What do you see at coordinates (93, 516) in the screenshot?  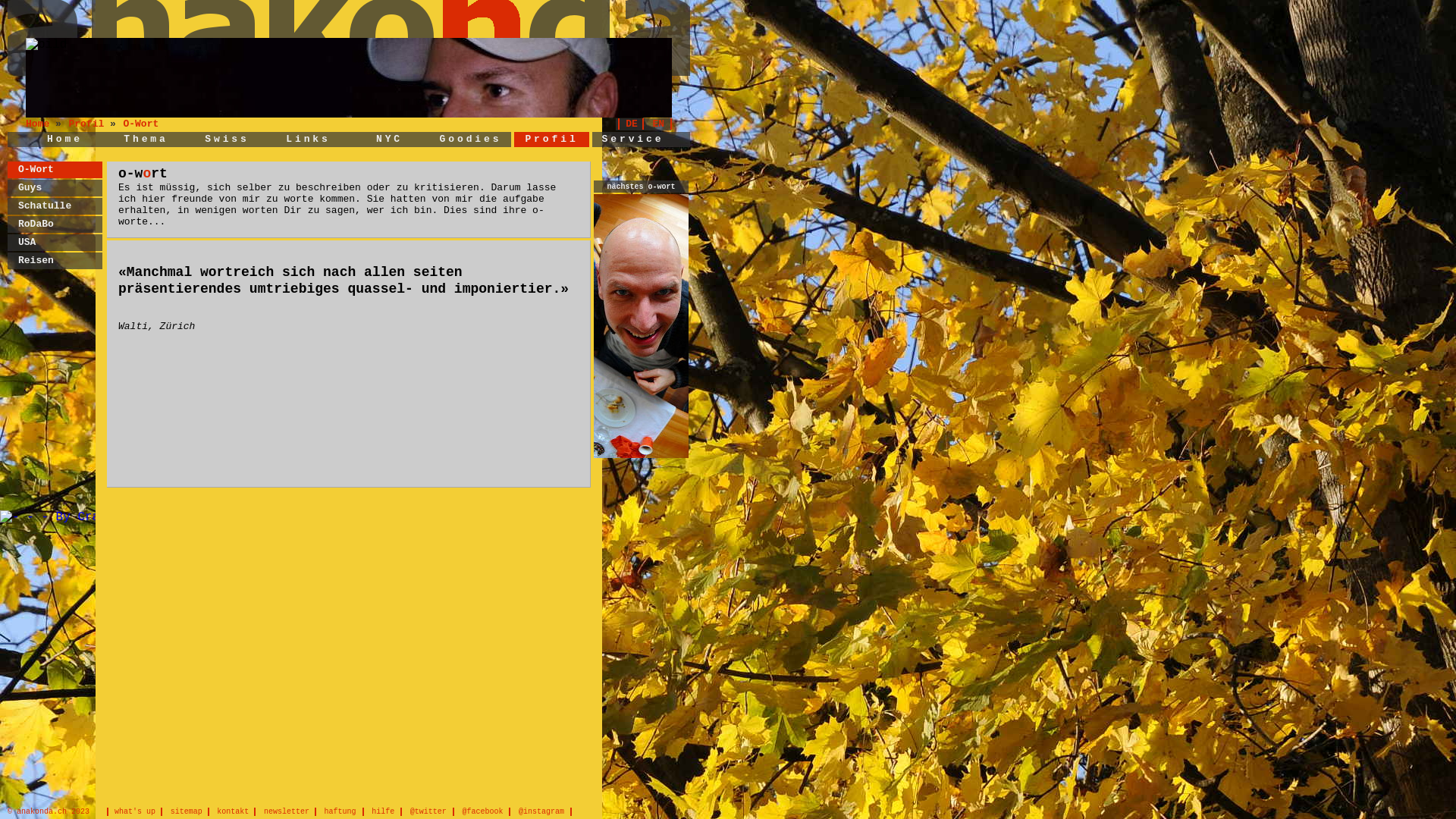 I see `' - - - By CrazyStat - - - '` at bounding box center [93, 516].